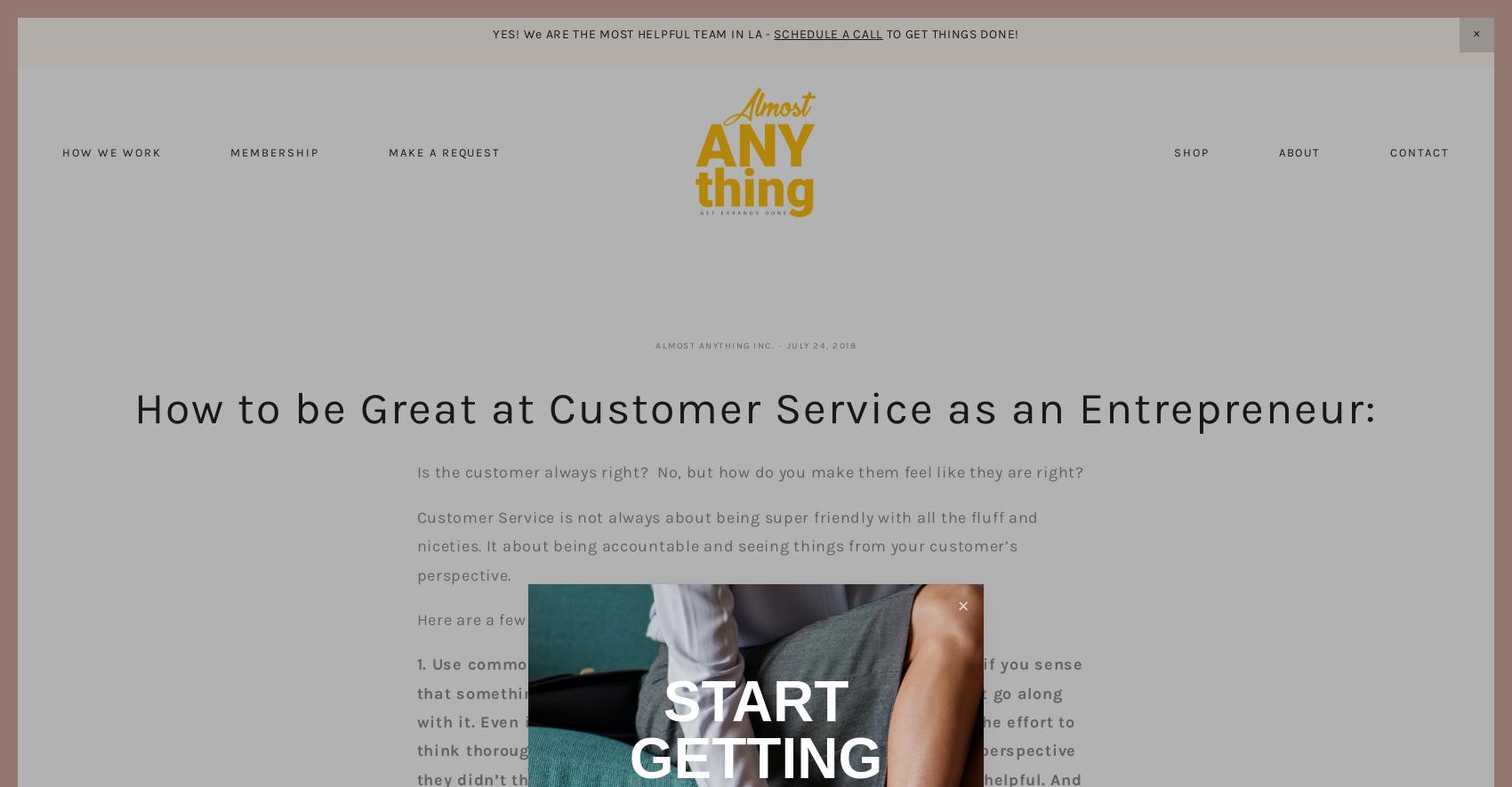  What do you see at coordinates (756, 407) in the screenshot?
I see `'How to be Great at Customer Service as an Entrepreneur:'` at bounding box center [756, 407].